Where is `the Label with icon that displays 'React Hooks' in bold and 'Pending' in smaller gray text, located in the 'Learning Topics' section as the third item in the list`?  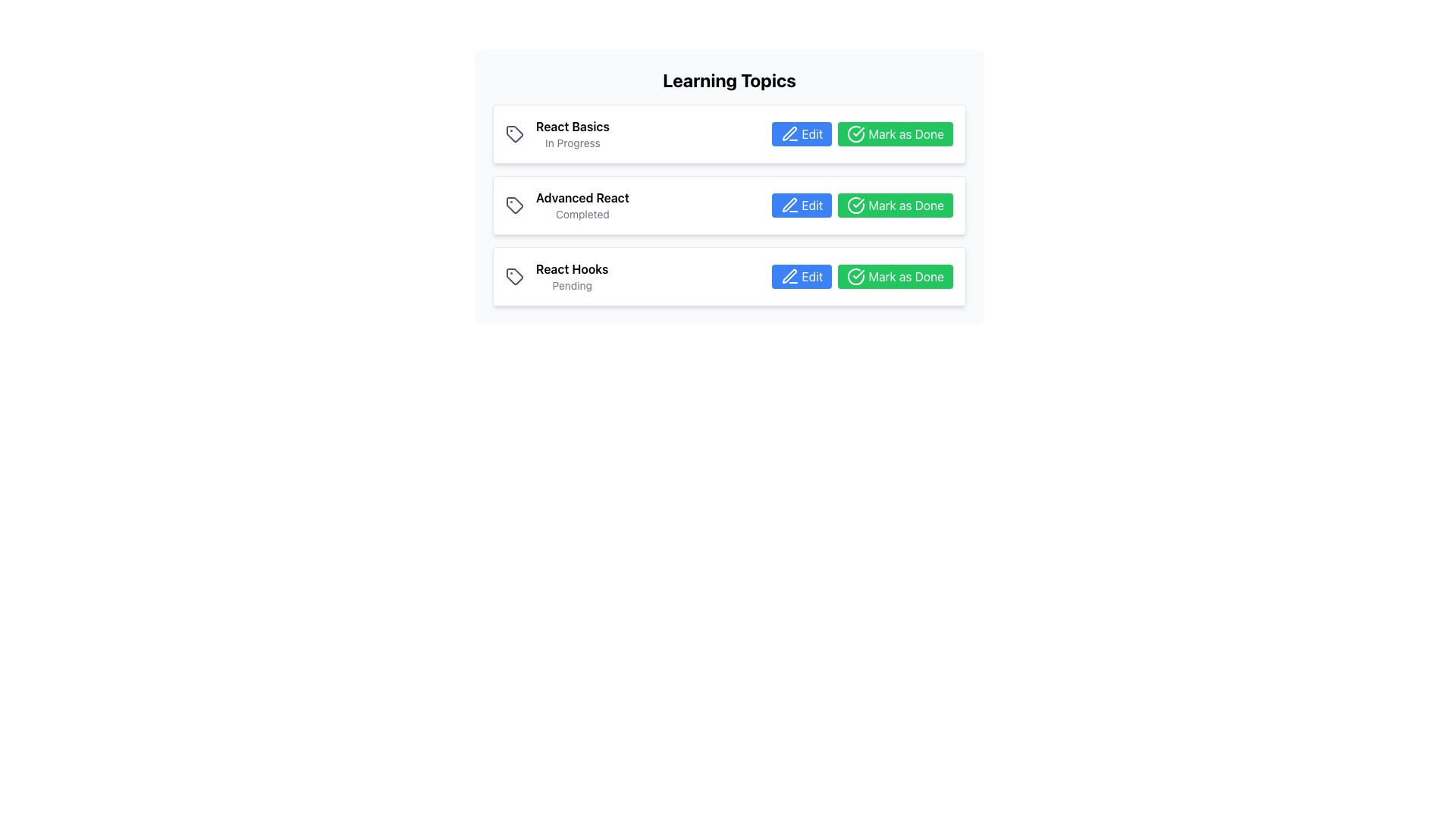
the Label with icon that displays 'React Hooks' in bold and 'Pending' in smaller gray text, located in the 'Learning Topics' section as the third item in the list is located at coordinates (556, 277).